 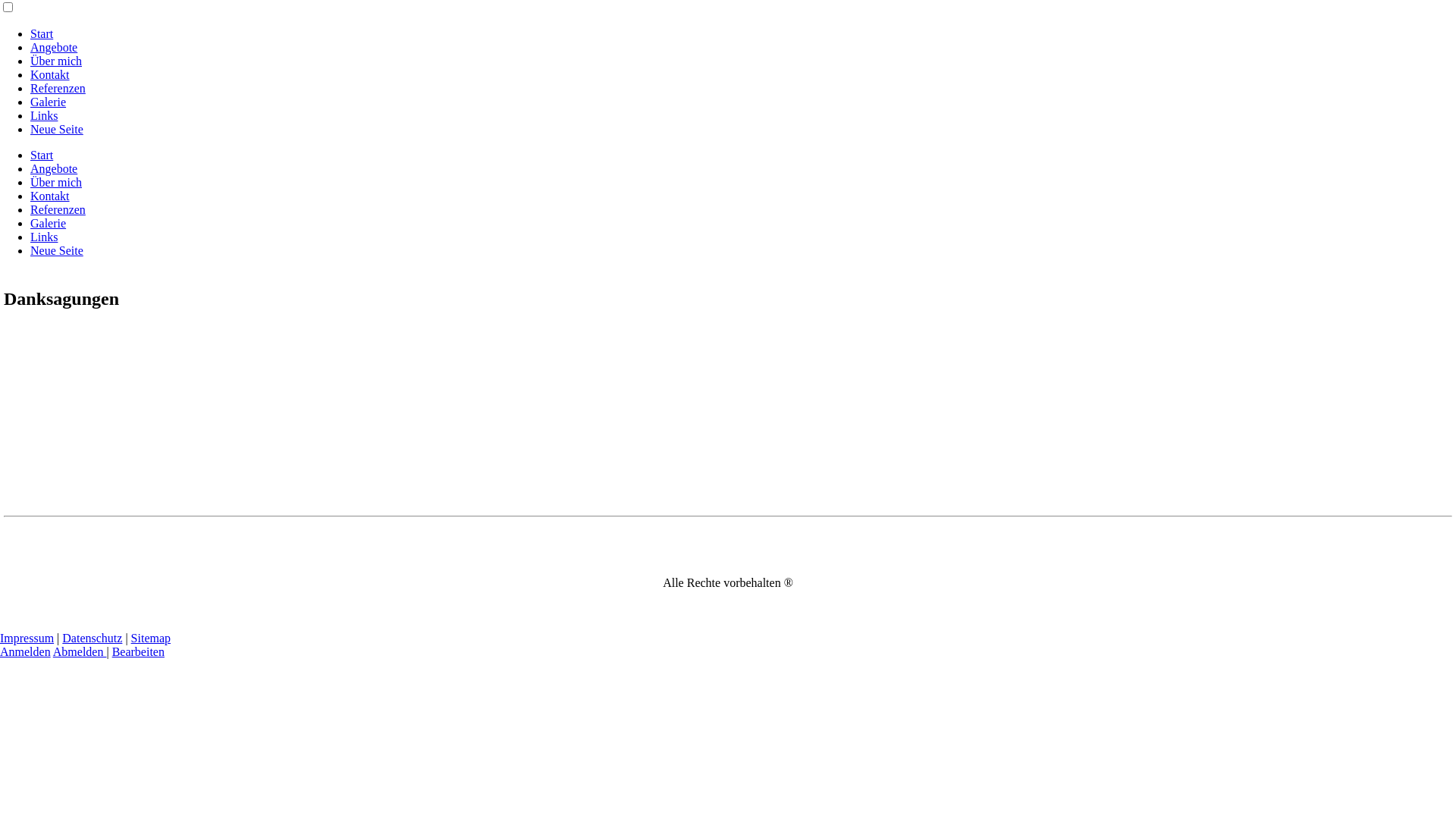 I want to click on 'Links', so click(x=43, y=115).